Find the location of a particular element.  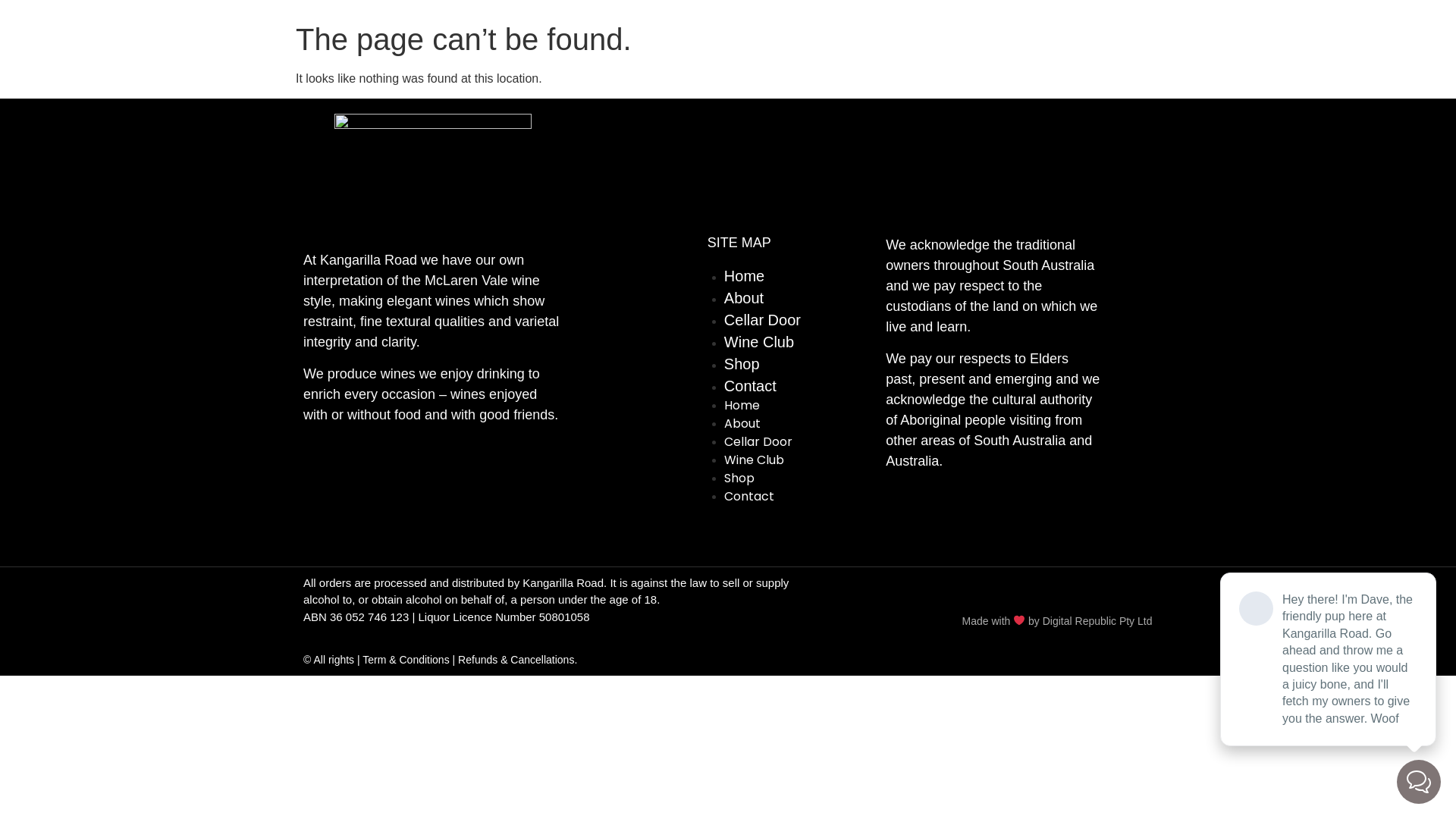

'Cellar Door' is located at coordinates (758, 441).